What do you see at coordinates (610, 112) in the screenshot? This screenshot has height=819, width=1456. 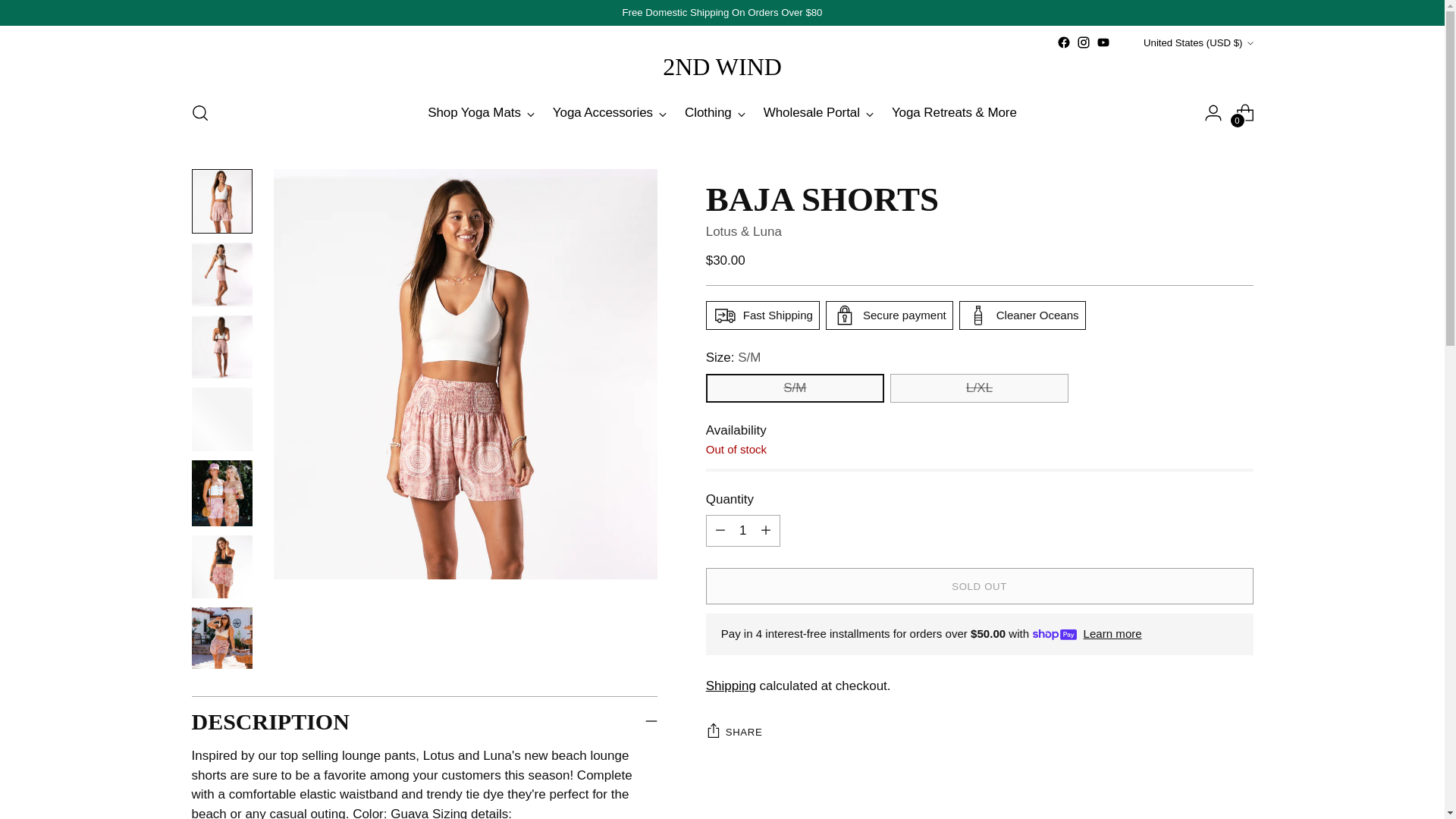 I see `'Yoga Accessories'` at bounding box center [610, 112].